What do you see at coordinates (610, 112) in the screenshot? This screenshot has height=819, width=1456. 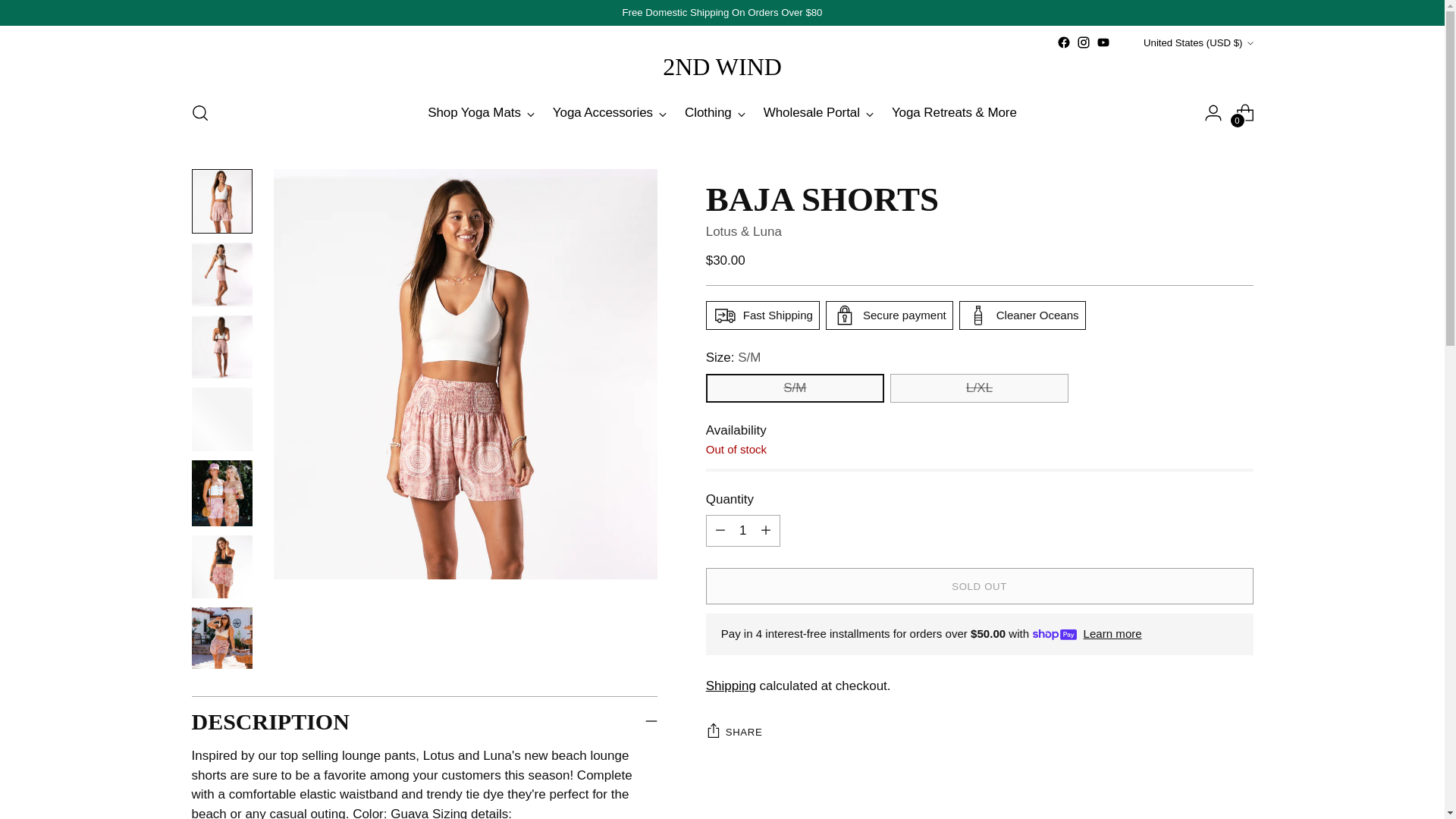 I see `'Yoga Accessories'` at bounding box center [610, 112].